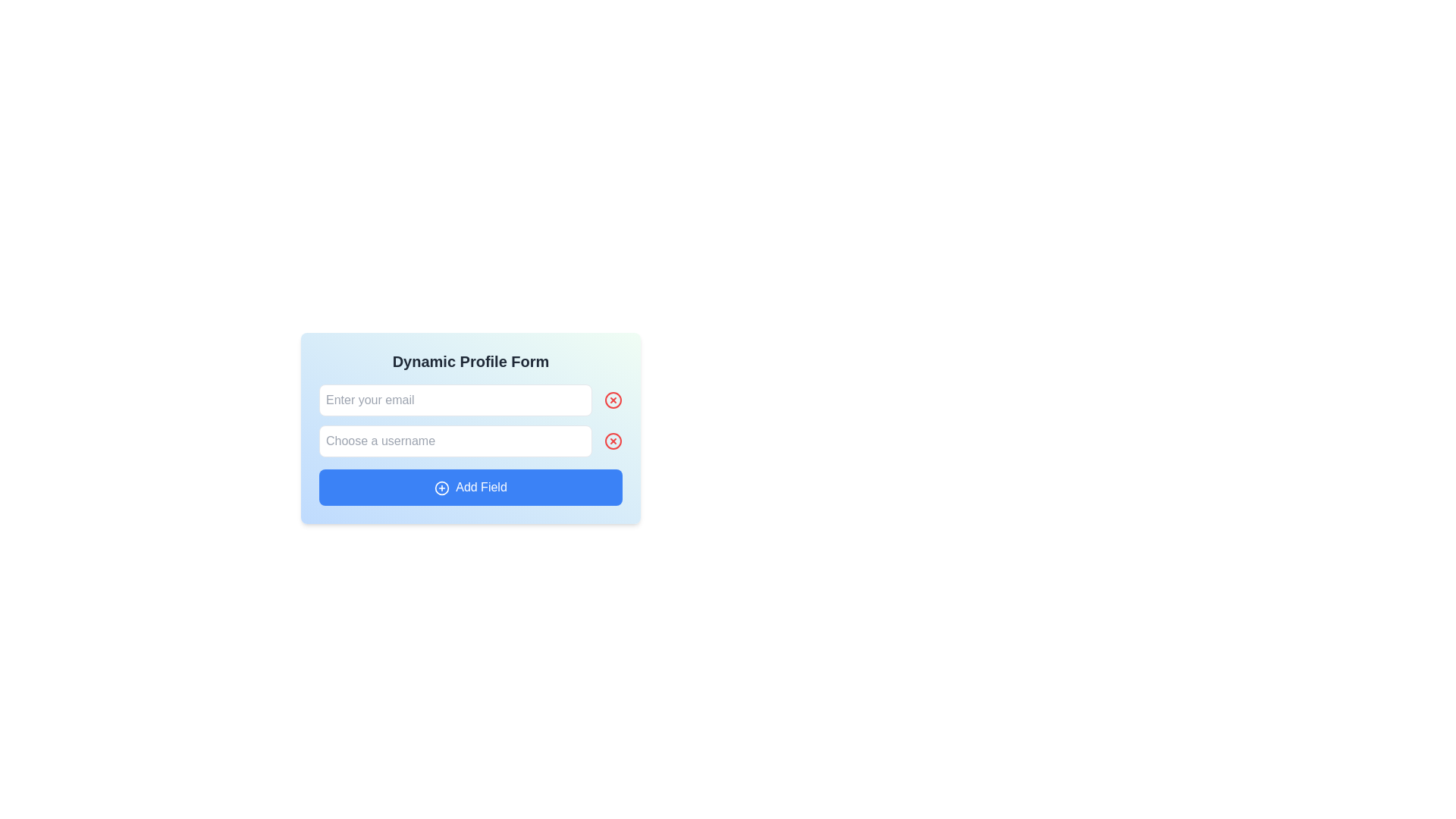  I want to click on the inner circular shape of the '+' icon within the blue button labeled 'Add Field', so click(441, 488).